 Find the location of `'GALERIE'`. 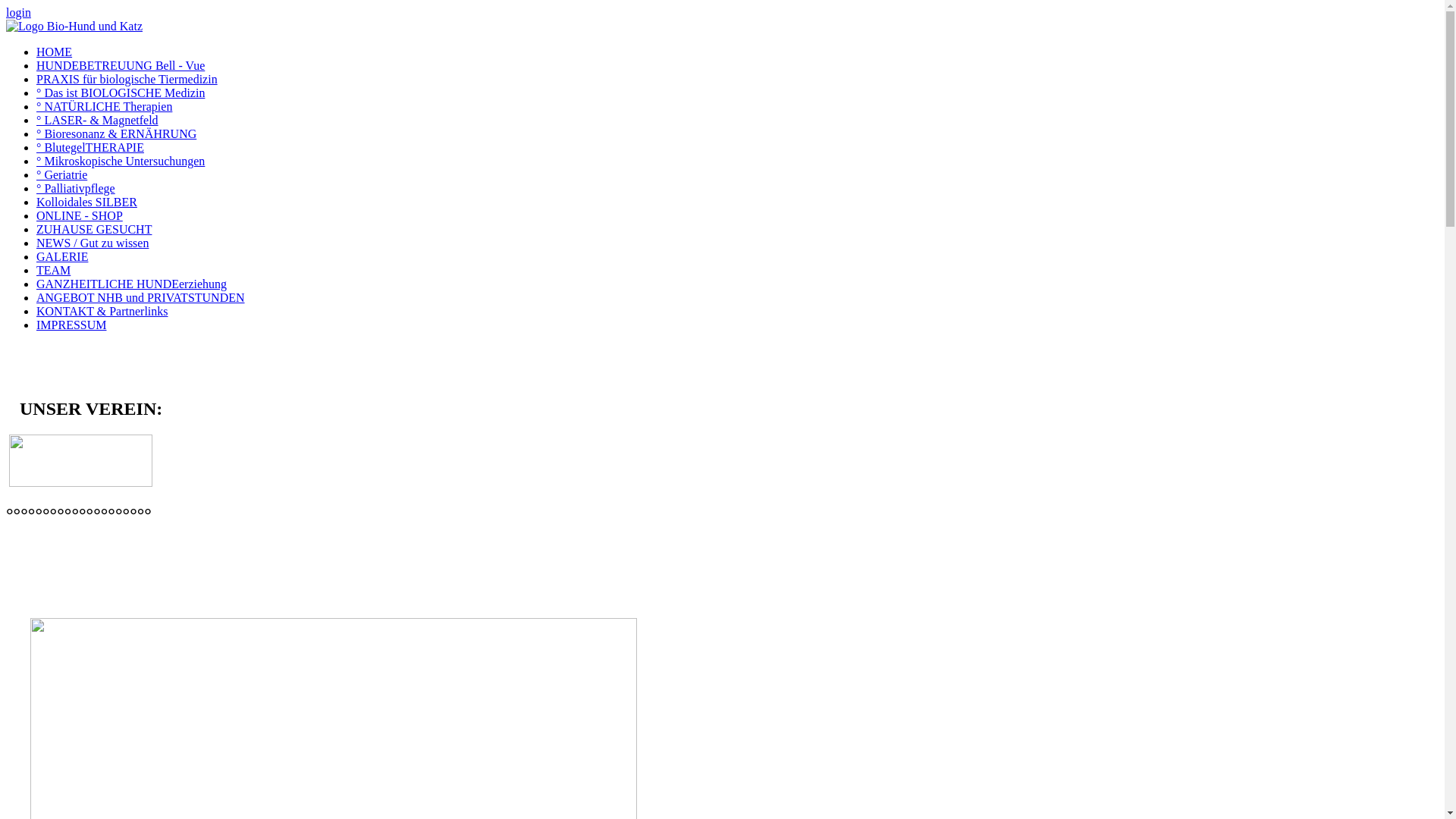

'GALERIE' is located at coordinates (61, 256).